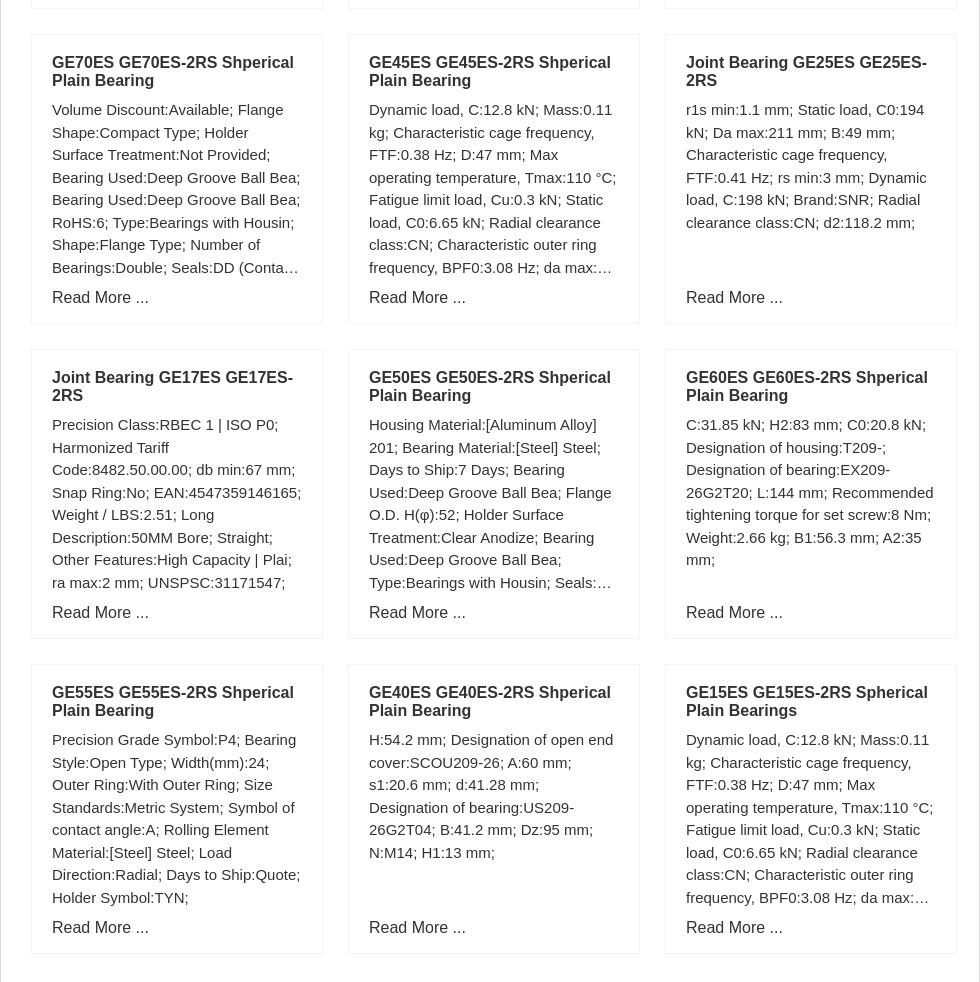 This screenshot has width=980, height=982. I want to click on 'GE55ES GE55ES-2RS Shperical Plain Bearing', so click(172, 700).